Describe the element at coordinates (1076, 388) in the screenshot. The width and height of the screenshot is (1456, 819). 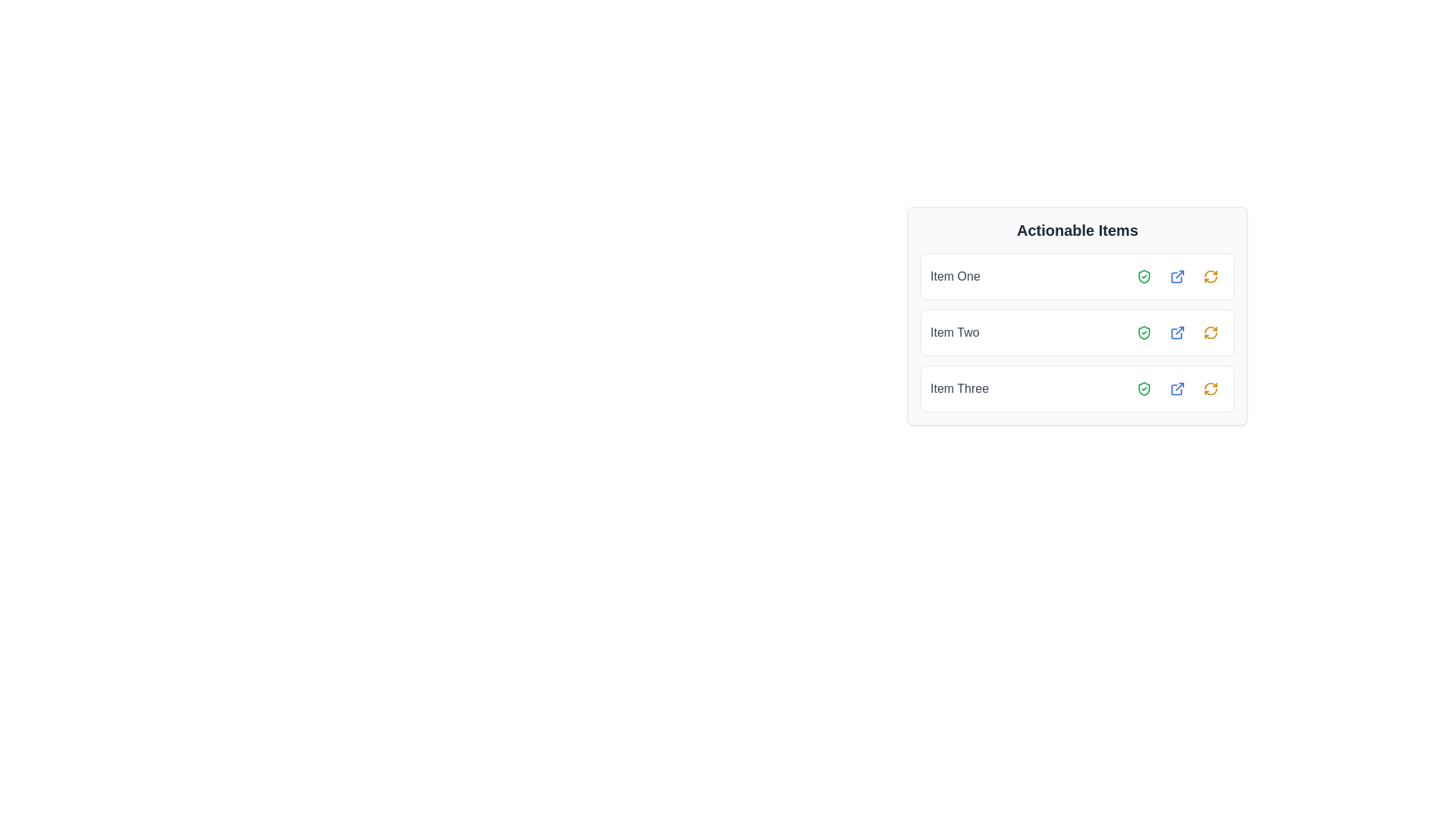
I see `the icons on the List Item labeled 'Item Three', which is the third item in the 'Actionable Items' list` at that location.